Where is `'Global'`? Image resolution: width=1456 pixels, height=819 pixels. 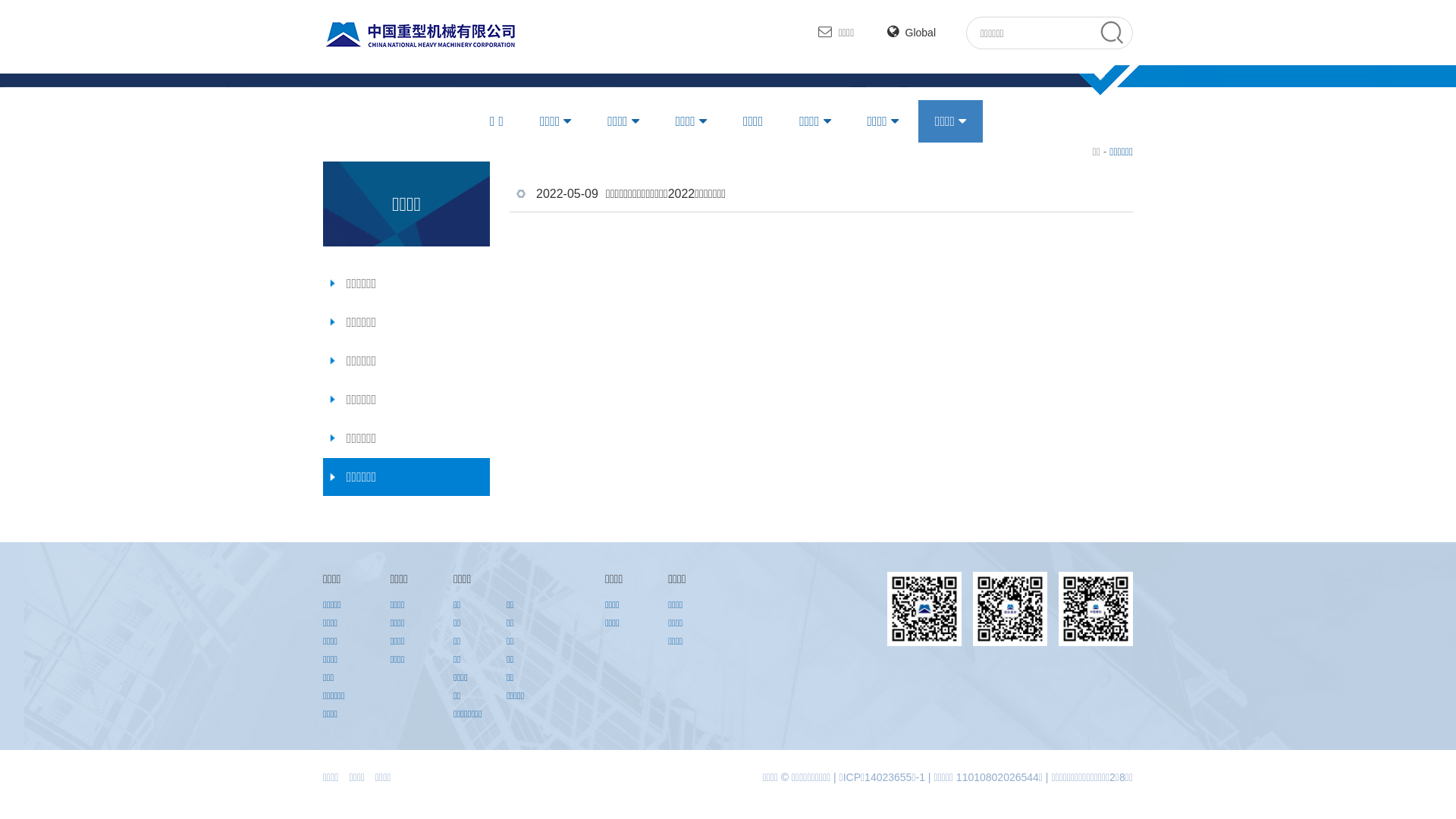
'Global' is located at coordinates (910, 32).